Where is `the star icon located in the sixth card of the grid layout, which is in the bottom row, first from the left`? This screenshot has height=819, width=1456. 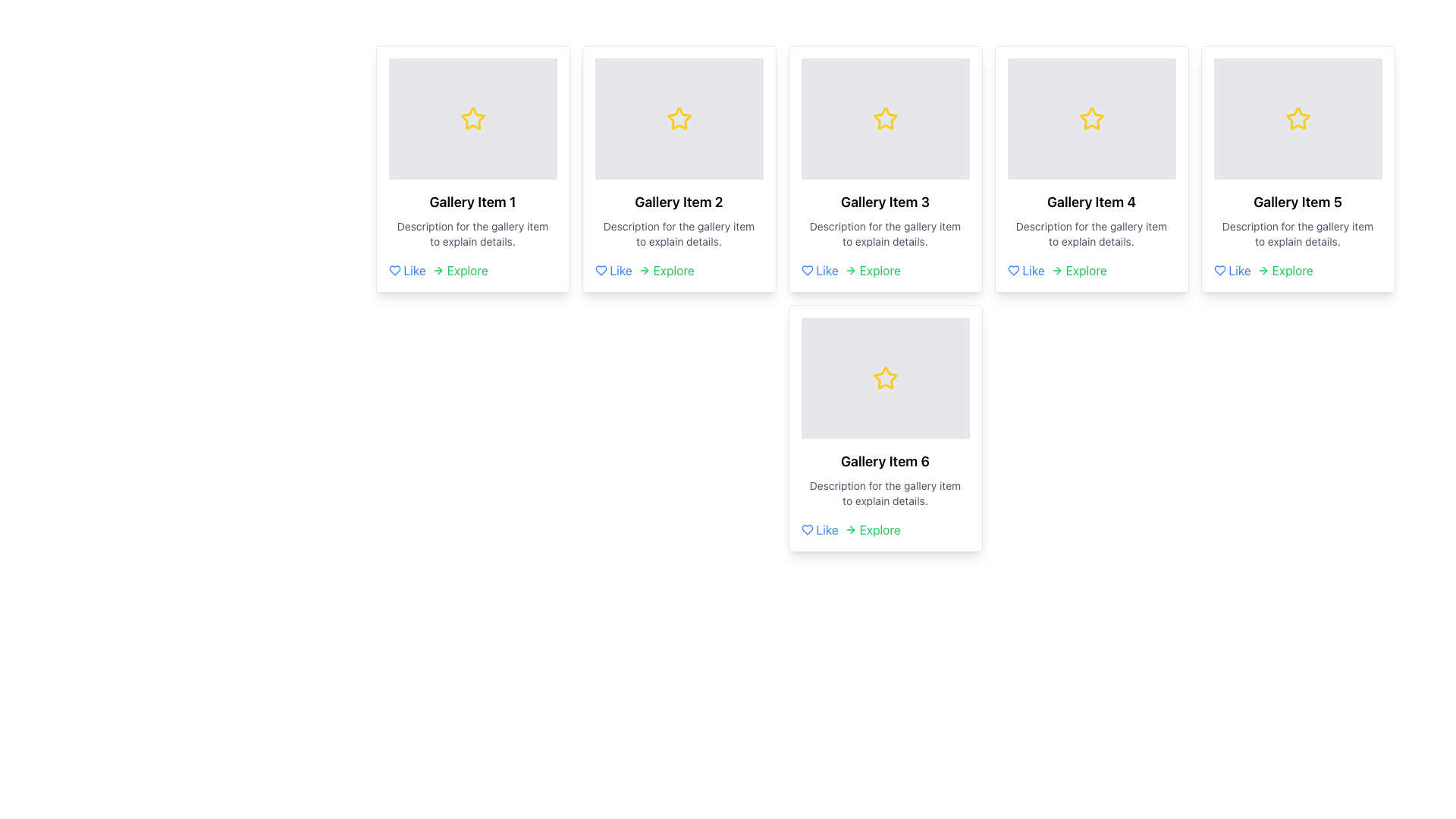
the star icon located in the sixth card of the grid layout, which is in the bottom row, first from the left is located at coordinates (885, 377).